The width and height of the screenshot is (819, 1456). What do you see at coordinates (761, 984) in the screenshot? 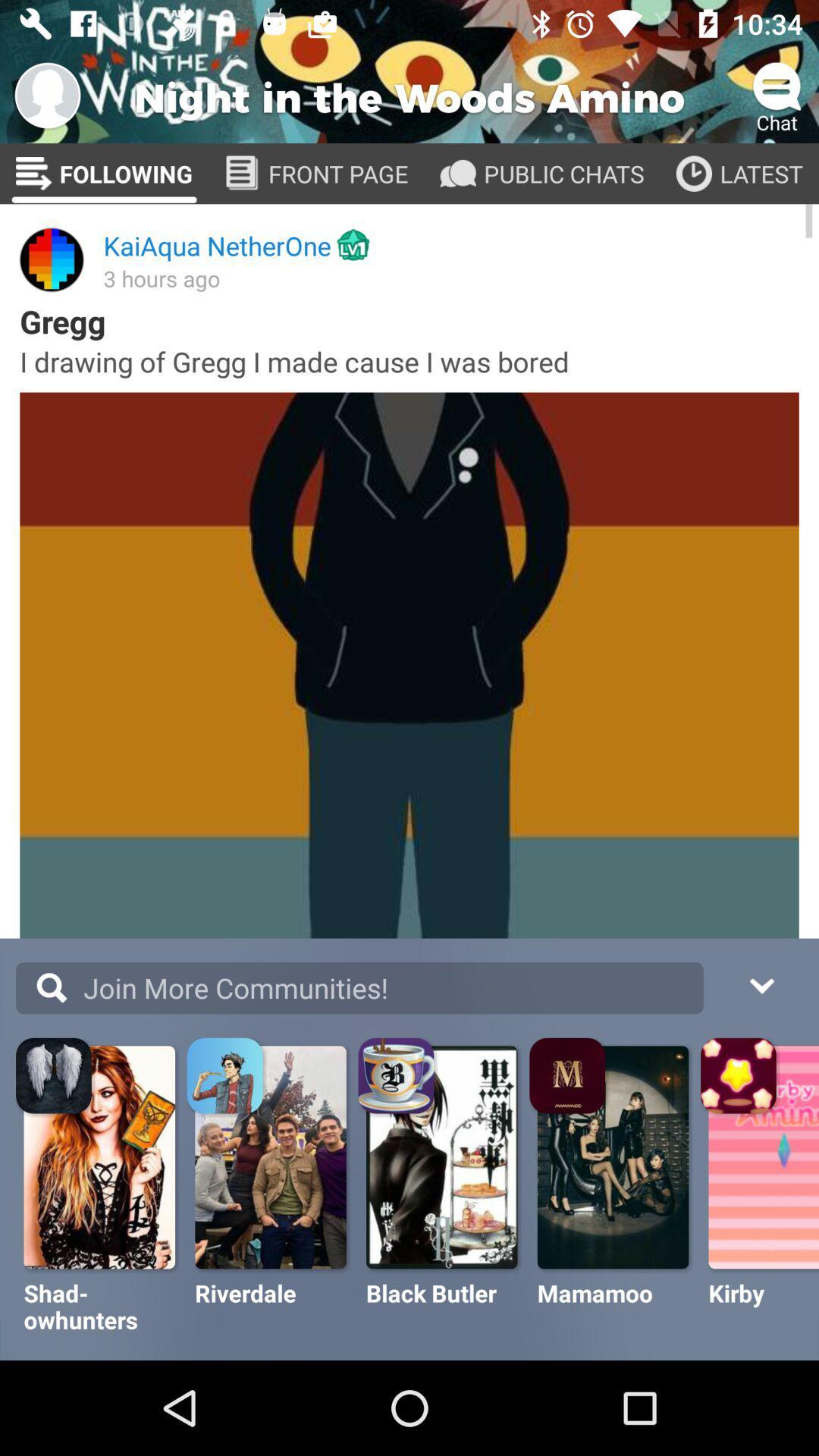
I see `the expand_more icon` at bounding box center [761, 984].